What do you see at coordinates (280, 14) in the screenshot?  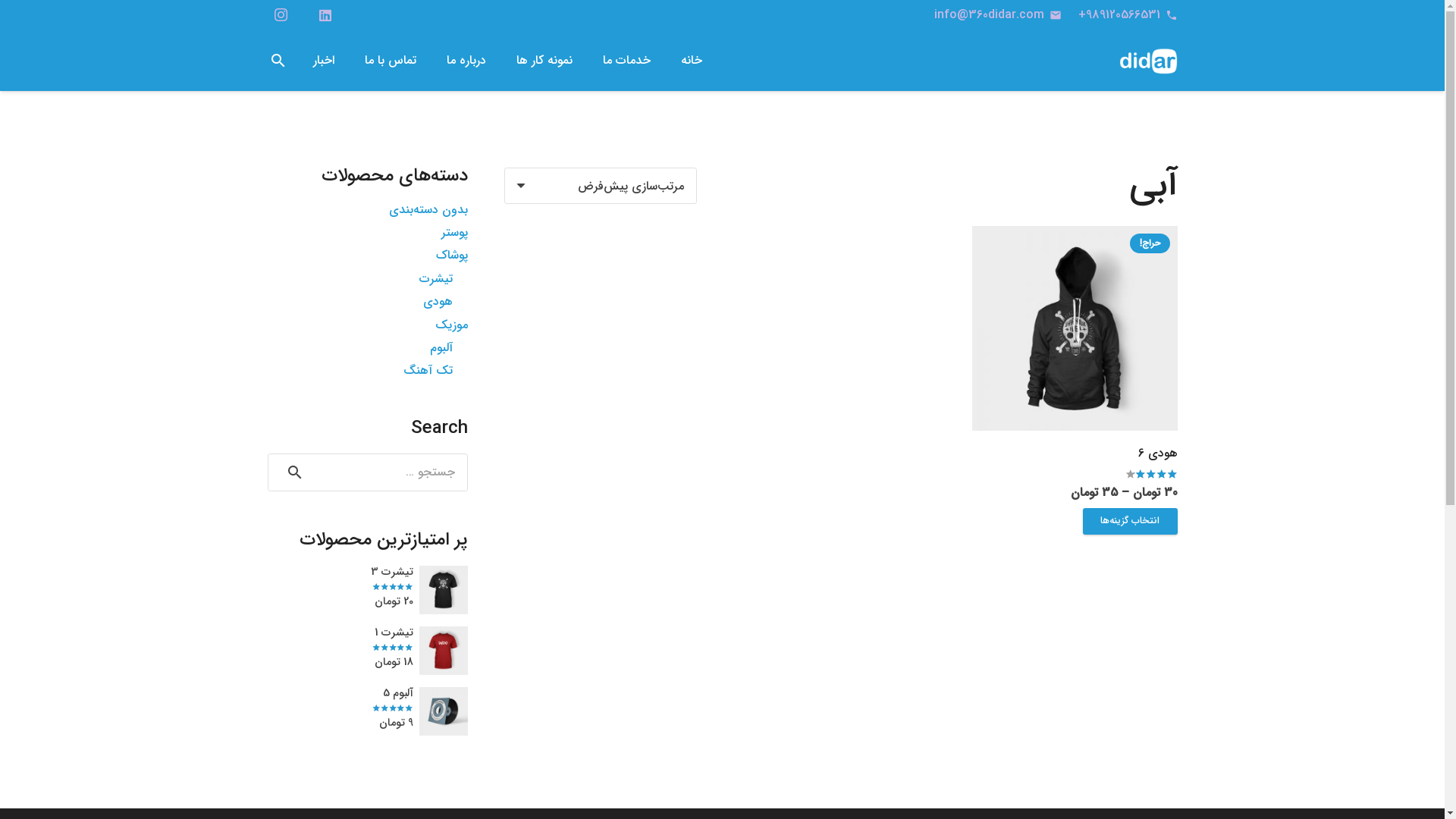 I see `'Instagram'` at bounding box center [280, 14].